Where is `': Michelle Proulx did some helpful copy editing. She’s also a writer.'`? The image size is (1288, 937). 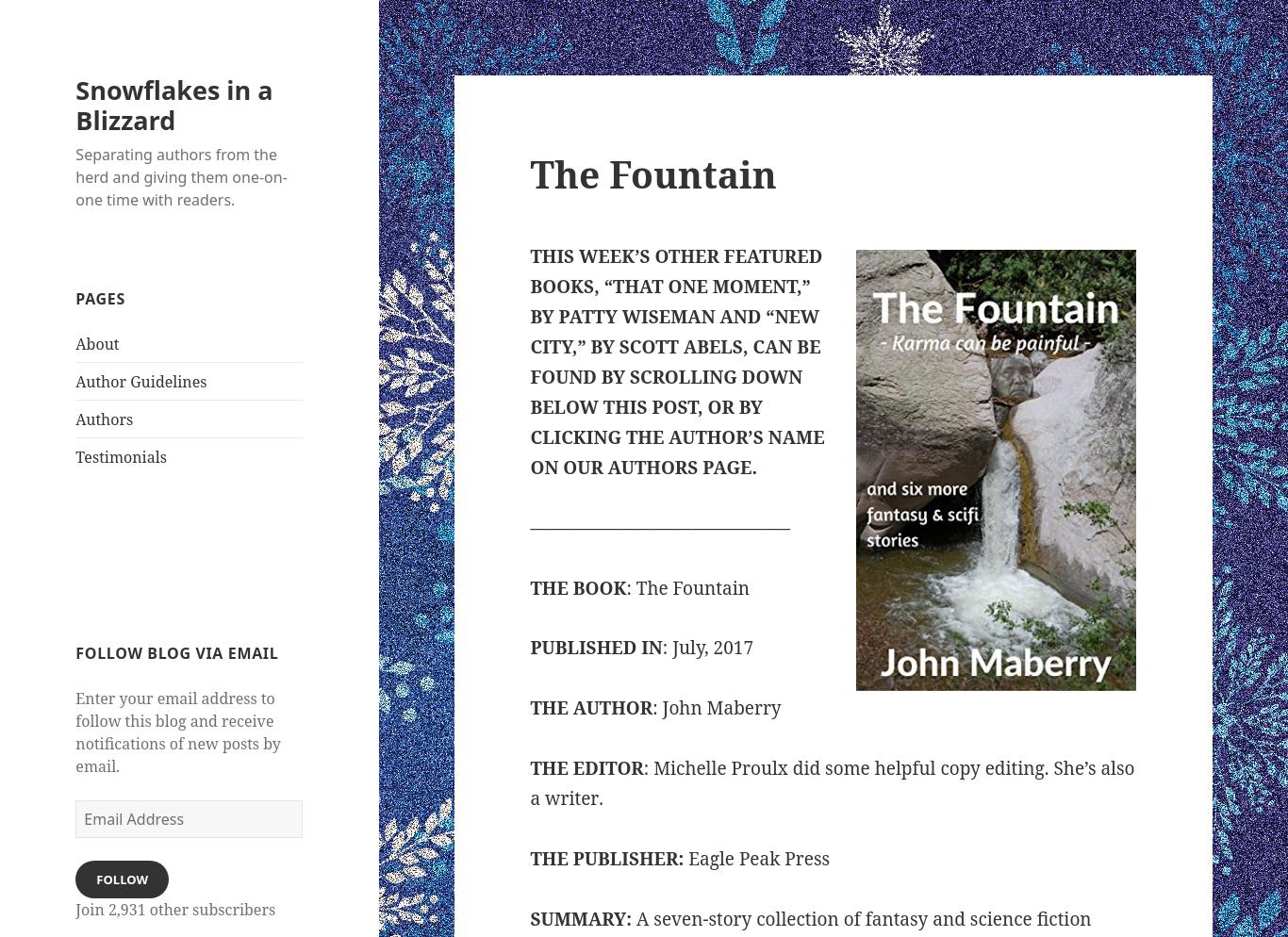
': Michelle Proulx did some helpful copy editing. She’s also a writer.' is located at coordinates (831, 781).